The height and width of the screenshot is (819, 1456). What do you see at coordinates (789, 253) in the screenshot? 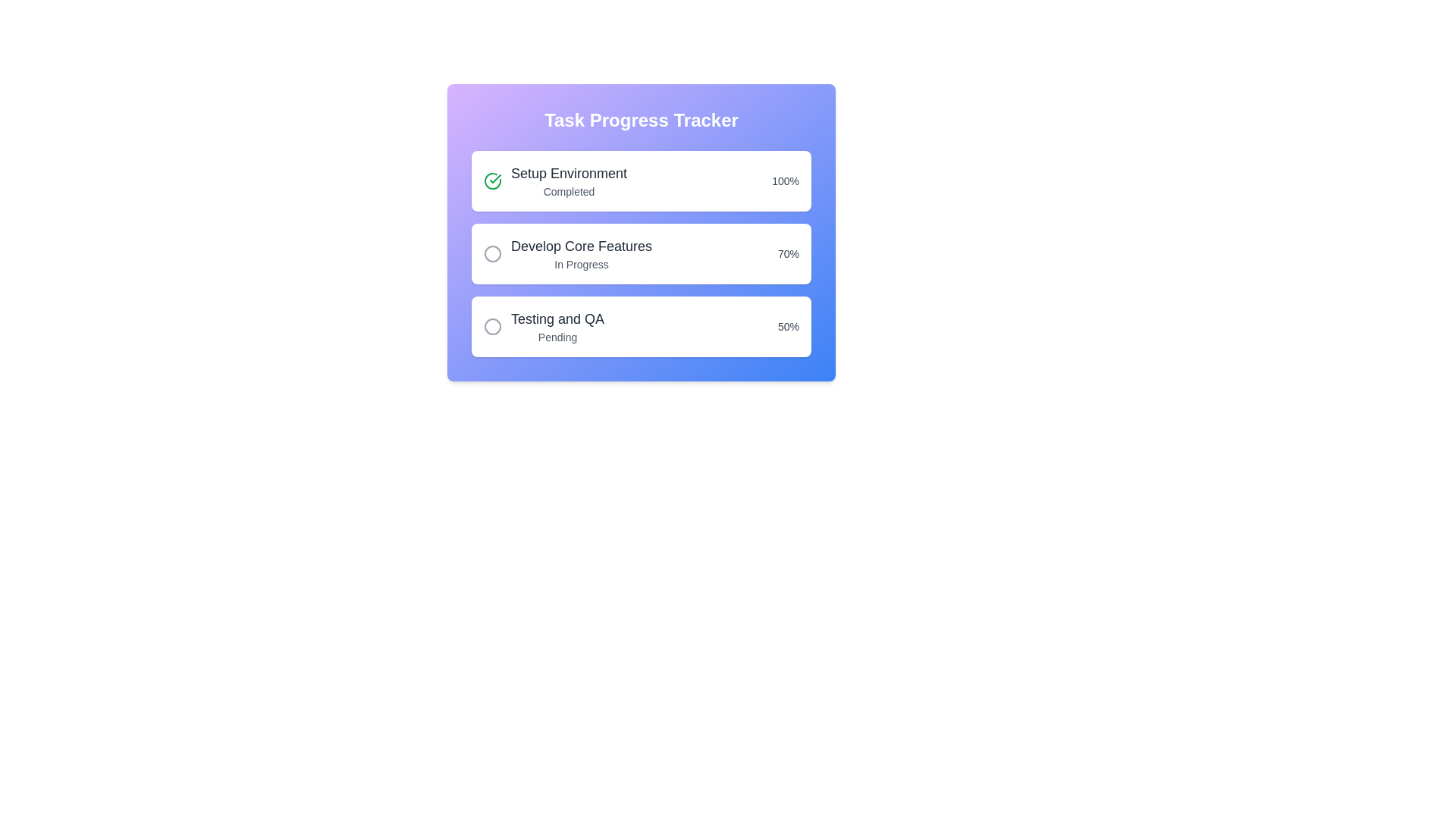
I see `progress percentage displayed as '70%' in medium gray color within the card labeled 'Develop Core Features', which is the second progress indicator from the top` at bounding box center [789, 253].